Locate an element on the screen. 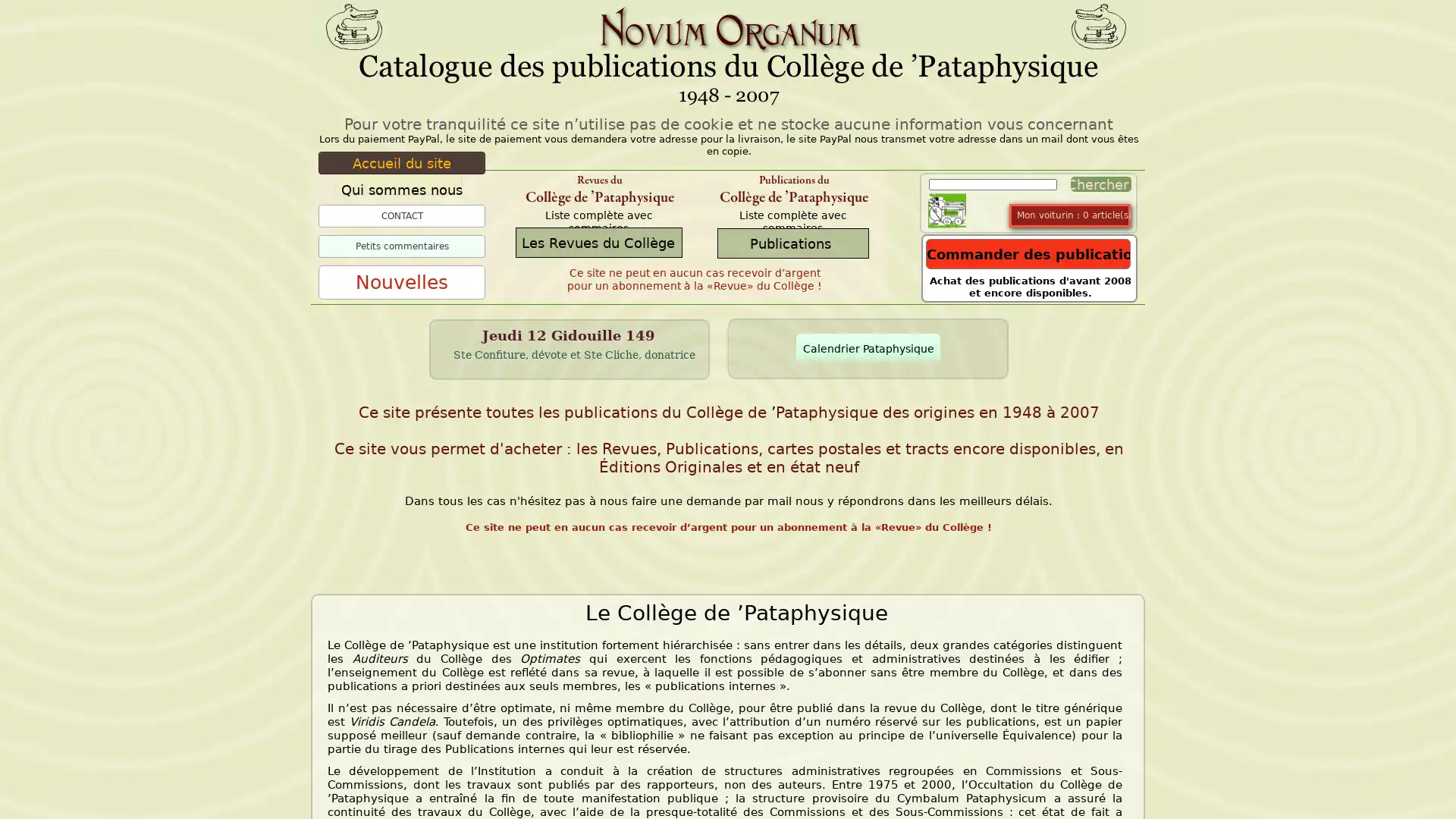 Image resolution: width=1456 pixels, height=819 pixels. Calendrier Pataphysique is located at coordinates (868, 348).